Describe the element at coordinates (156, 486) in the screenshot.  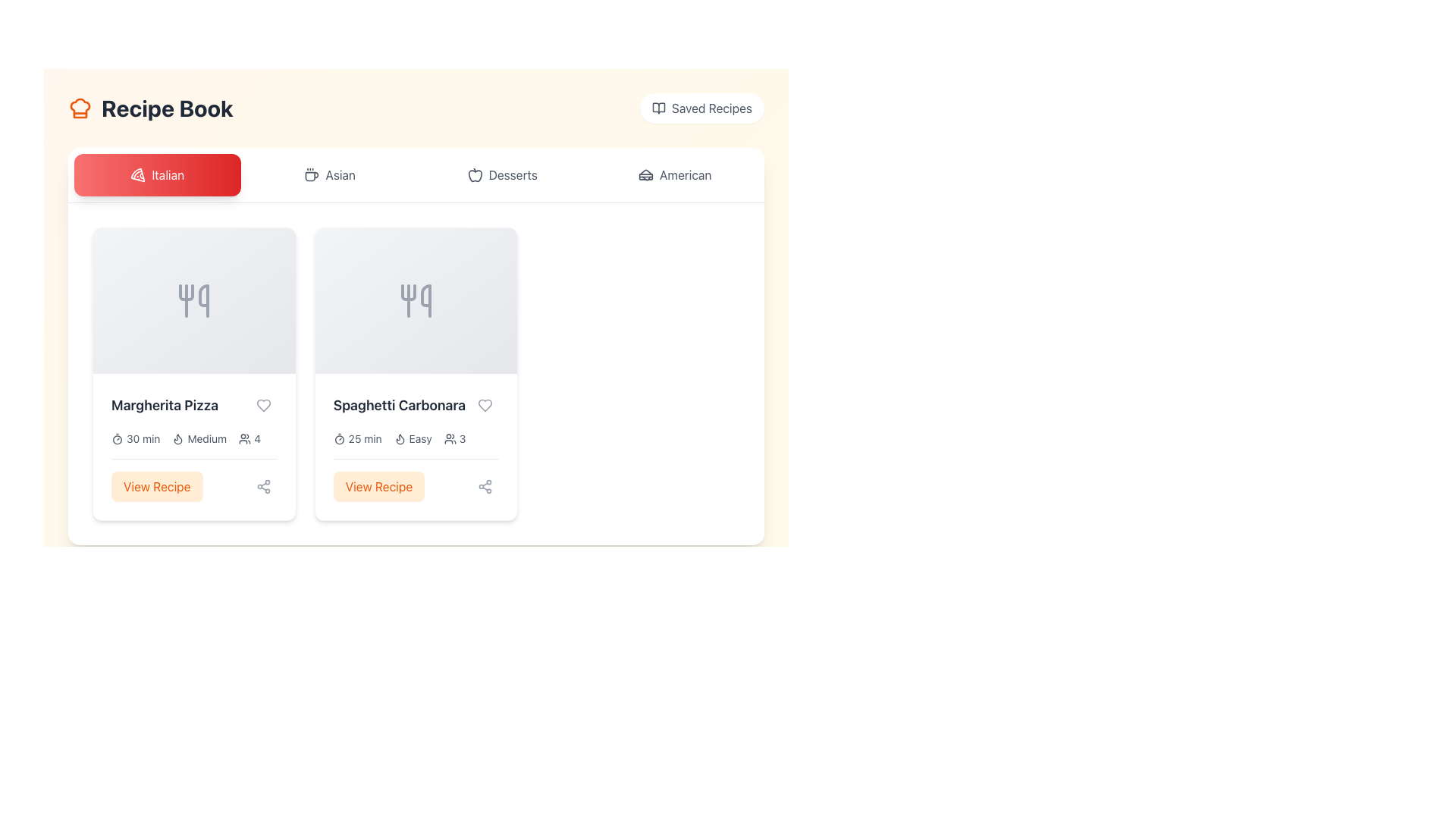
I see `the 'View Recipe' button, which is a rectangular button with rounded corners, light orange background, and orange text, located in the footer section of the 'Margherita Pizza' recipe card` at that location.